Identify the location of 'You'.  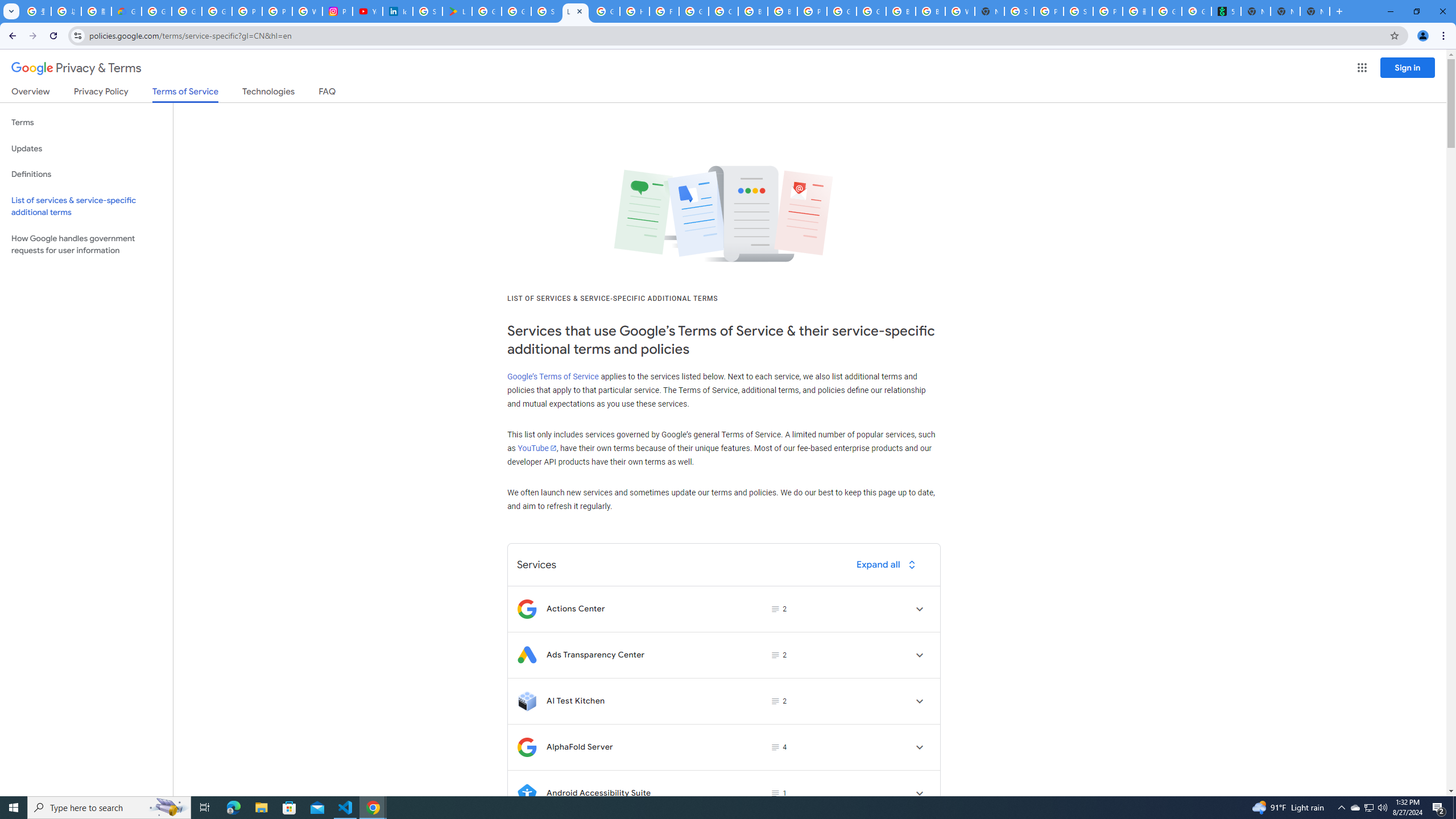
(1423, 35).